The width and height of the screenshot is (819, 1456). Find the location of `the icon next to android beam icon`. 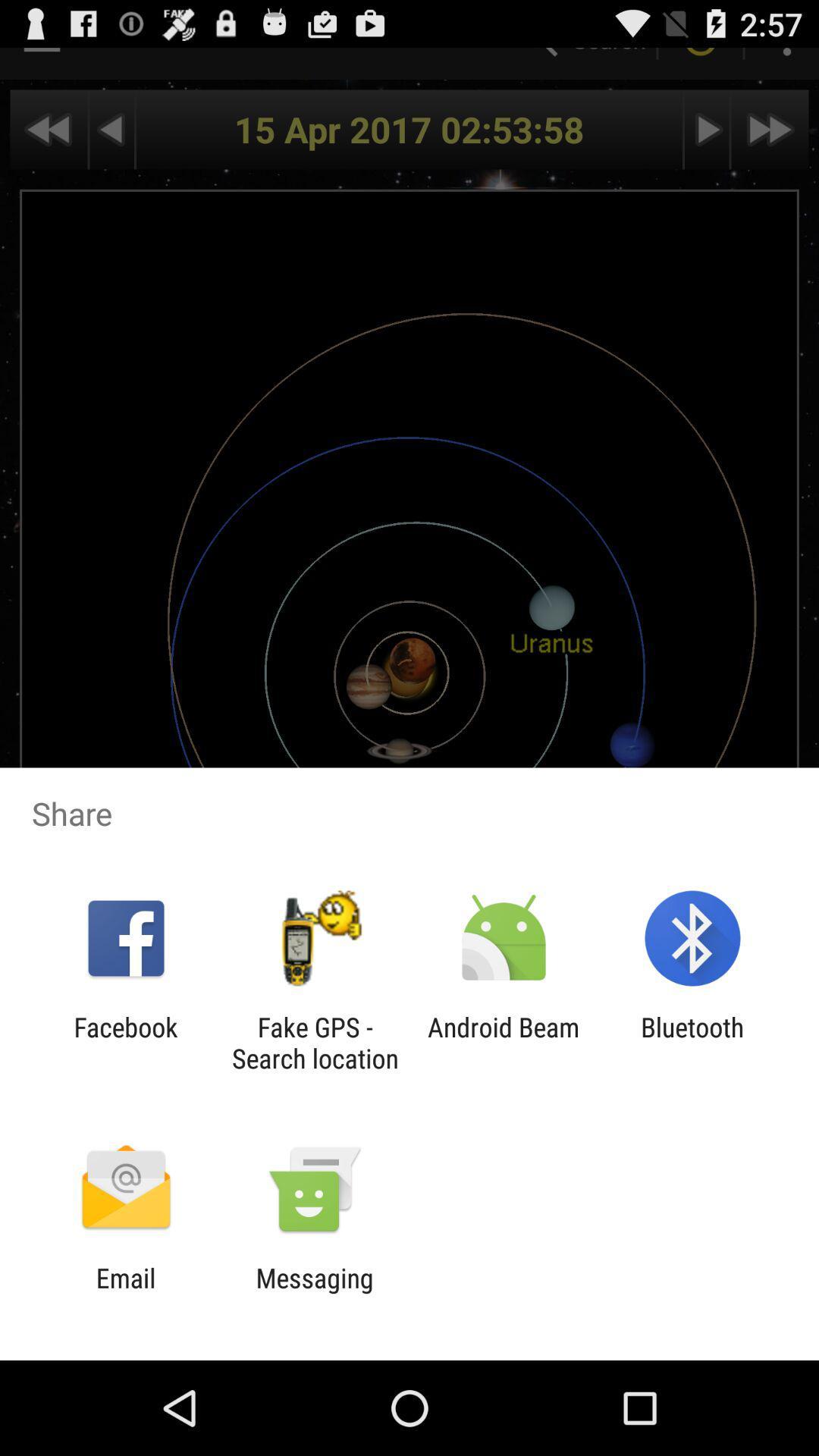

the icon next to android beam icon is located at coordinates (314, 1042).